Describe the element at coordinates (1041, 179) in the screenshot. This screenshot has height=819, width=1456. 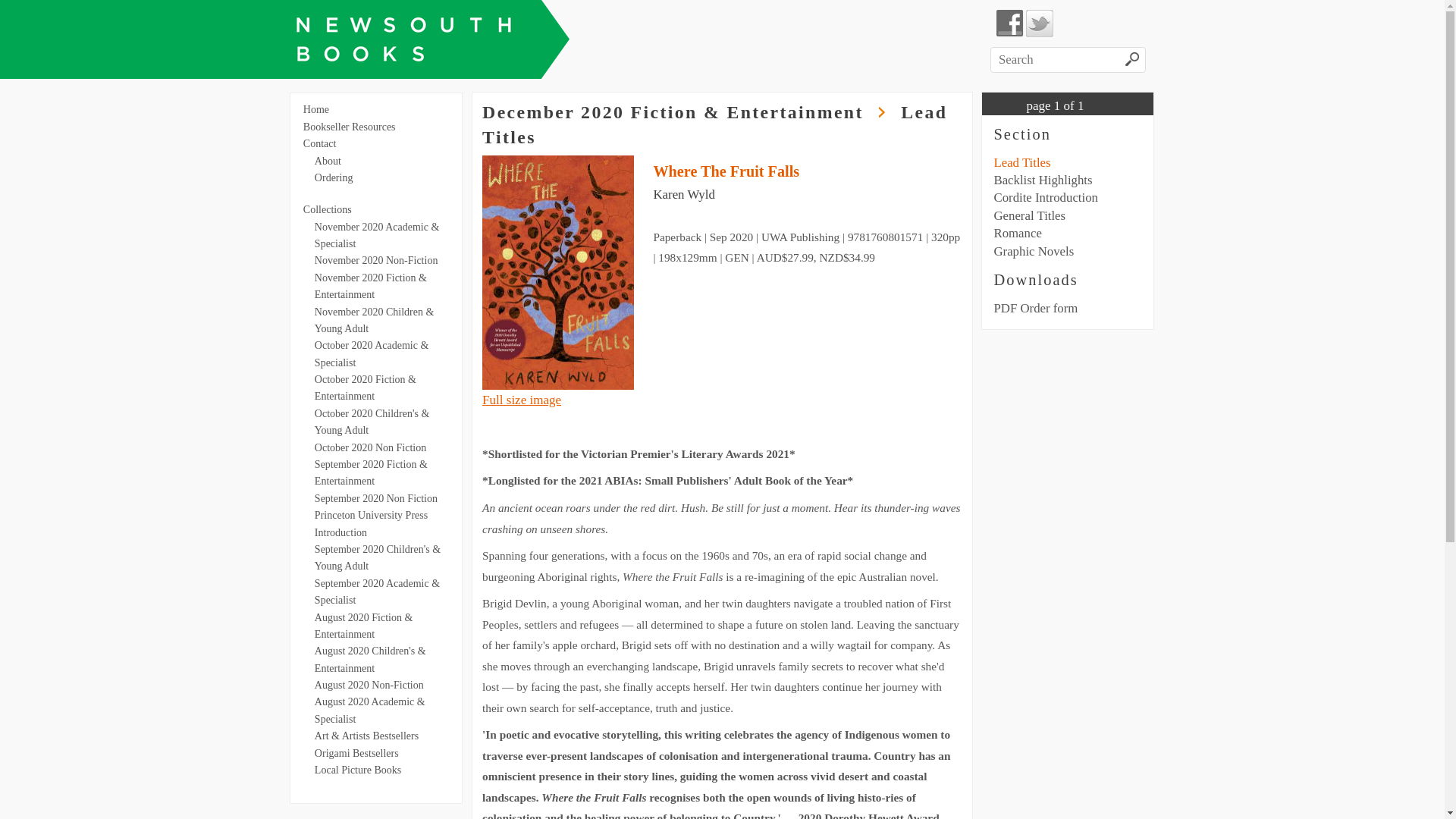
I see `'Backlist Highlights'` at that location.